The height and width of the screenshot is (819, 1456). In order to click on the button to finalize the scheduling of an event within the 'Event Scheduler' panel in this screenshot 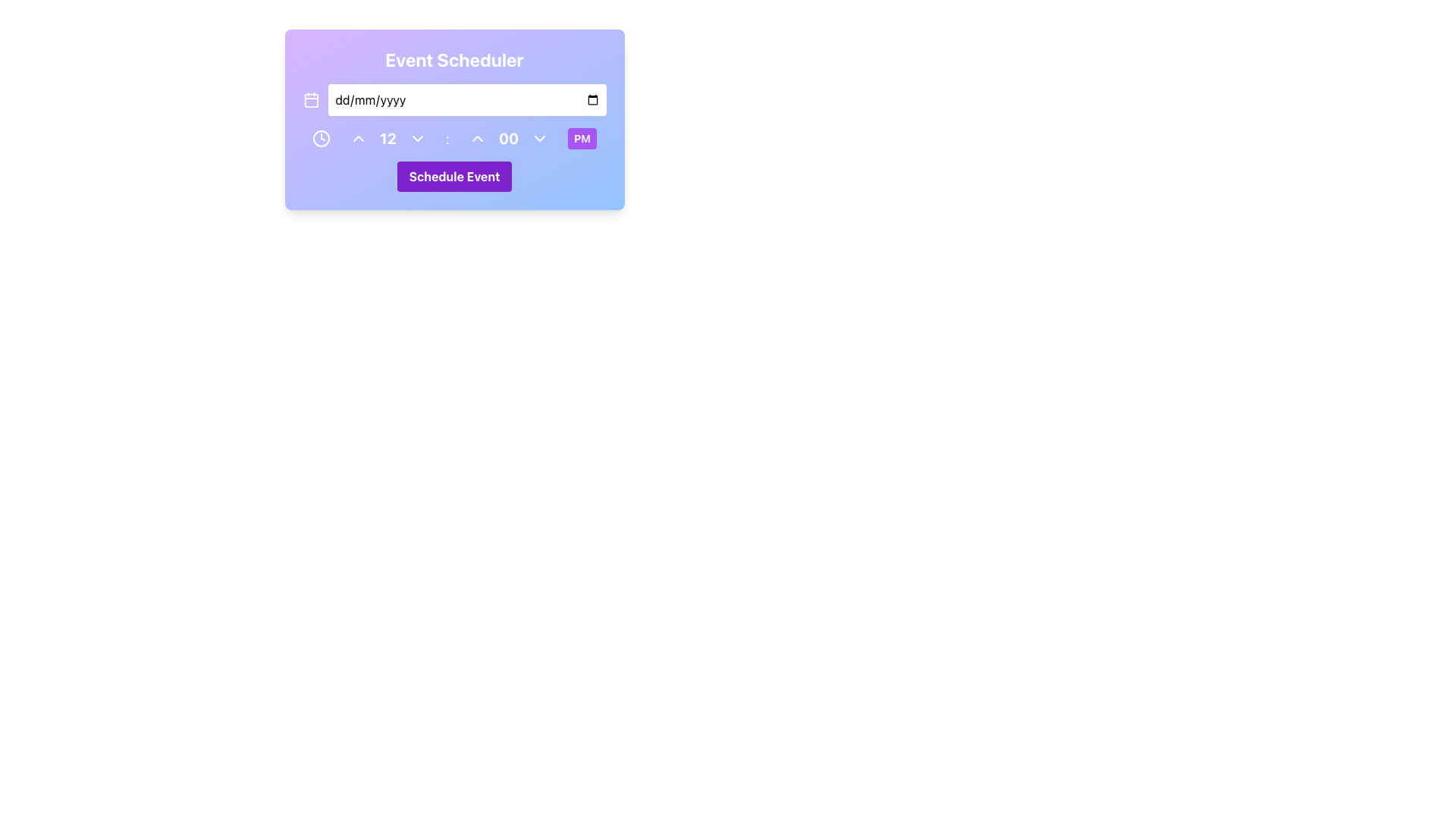, I will do `click(453, 175)`.